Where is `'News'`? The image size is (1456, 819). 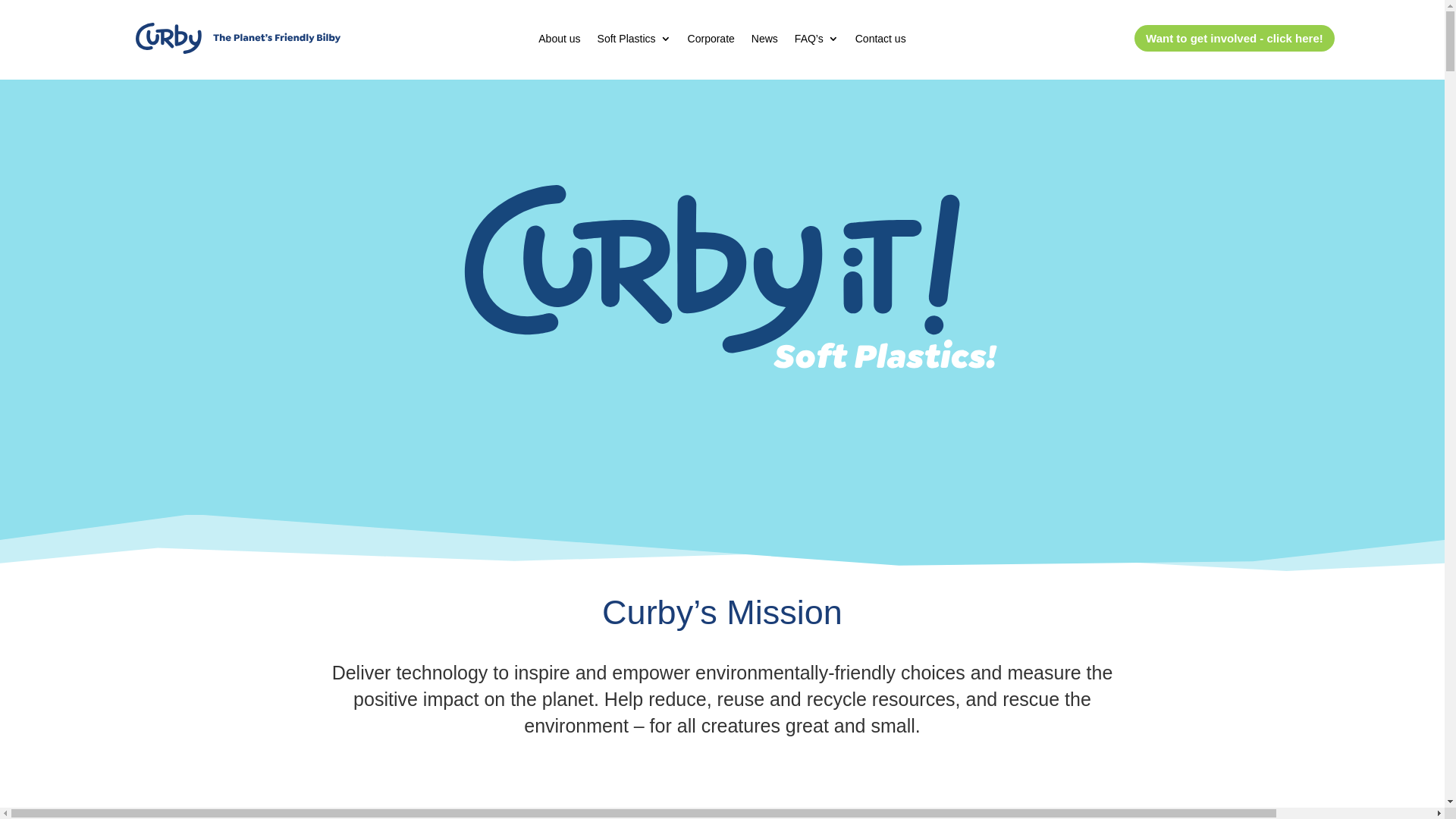 'News' is located at coordinates (764, 40).